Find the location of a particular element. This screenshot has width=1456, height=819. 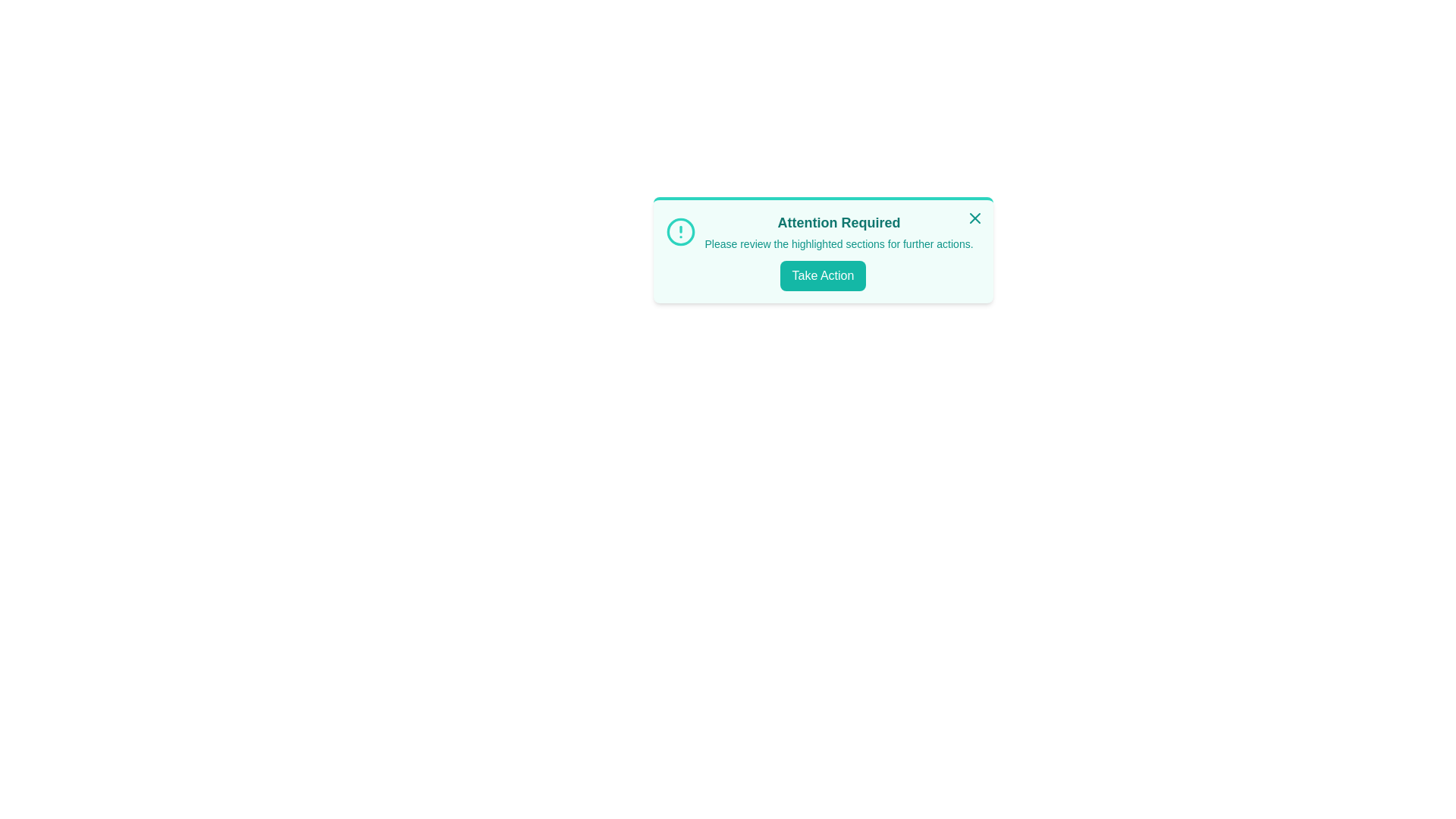

'Take Action' button to trigger the main action is located at coordinates (822, 275).